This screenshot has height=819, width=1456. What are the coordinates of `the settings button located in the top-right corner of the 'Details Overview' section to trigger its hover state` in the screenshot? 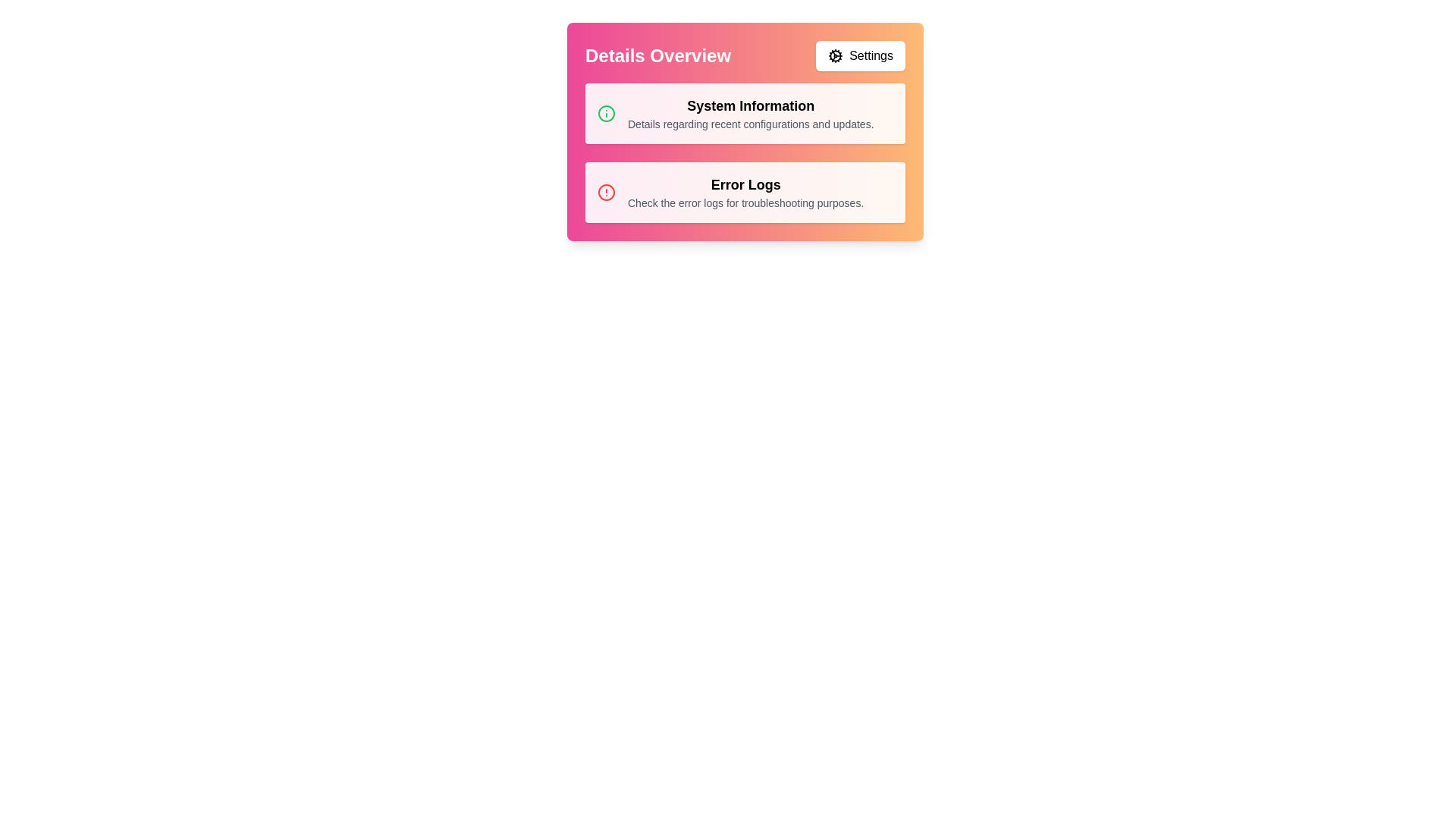 It's located at (861, 55).